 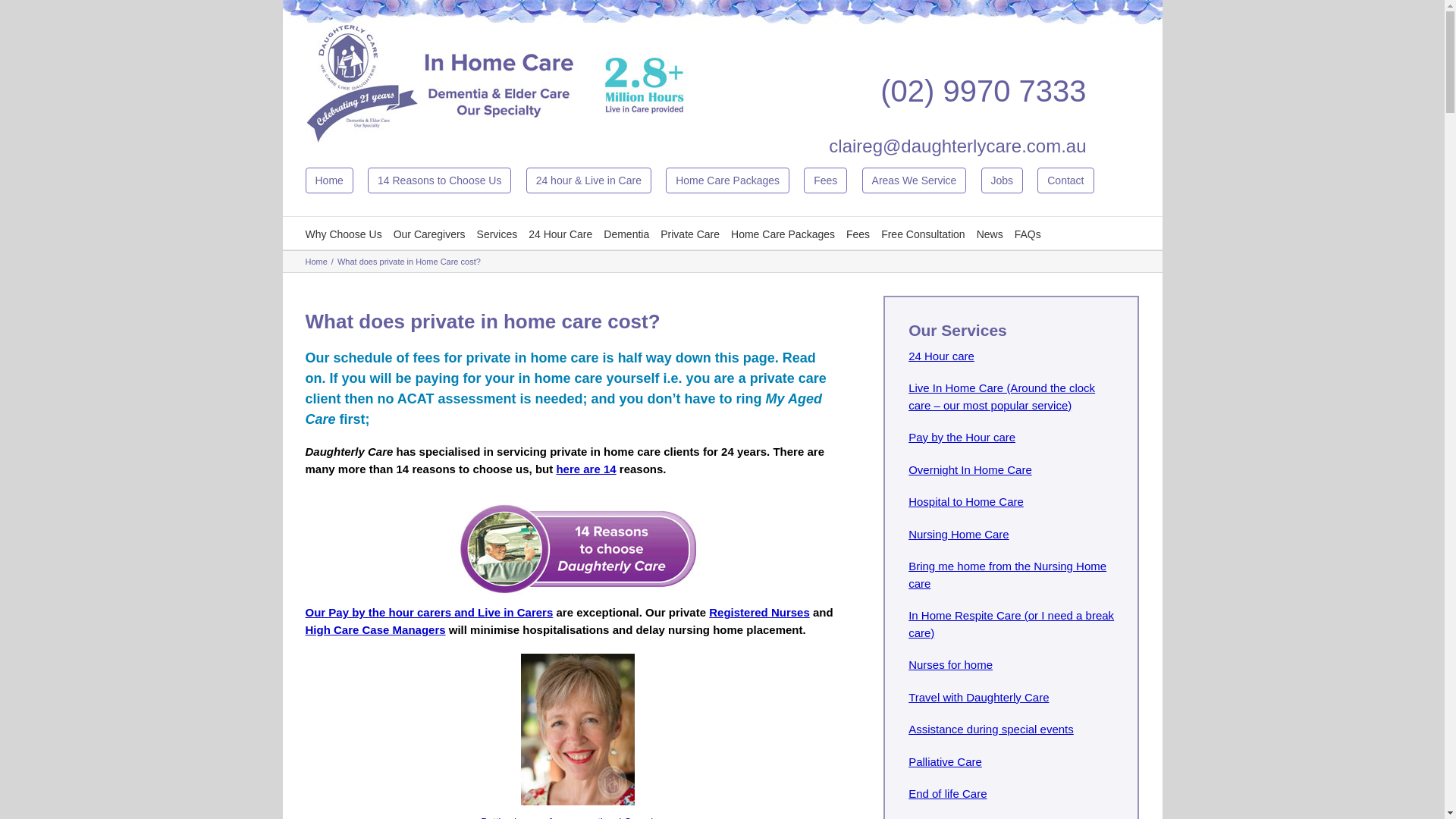 What do you see at coordinates (908, 533) in the screenshot?
I see `'Nursing Home Care'` at bounding box center [908, 533].